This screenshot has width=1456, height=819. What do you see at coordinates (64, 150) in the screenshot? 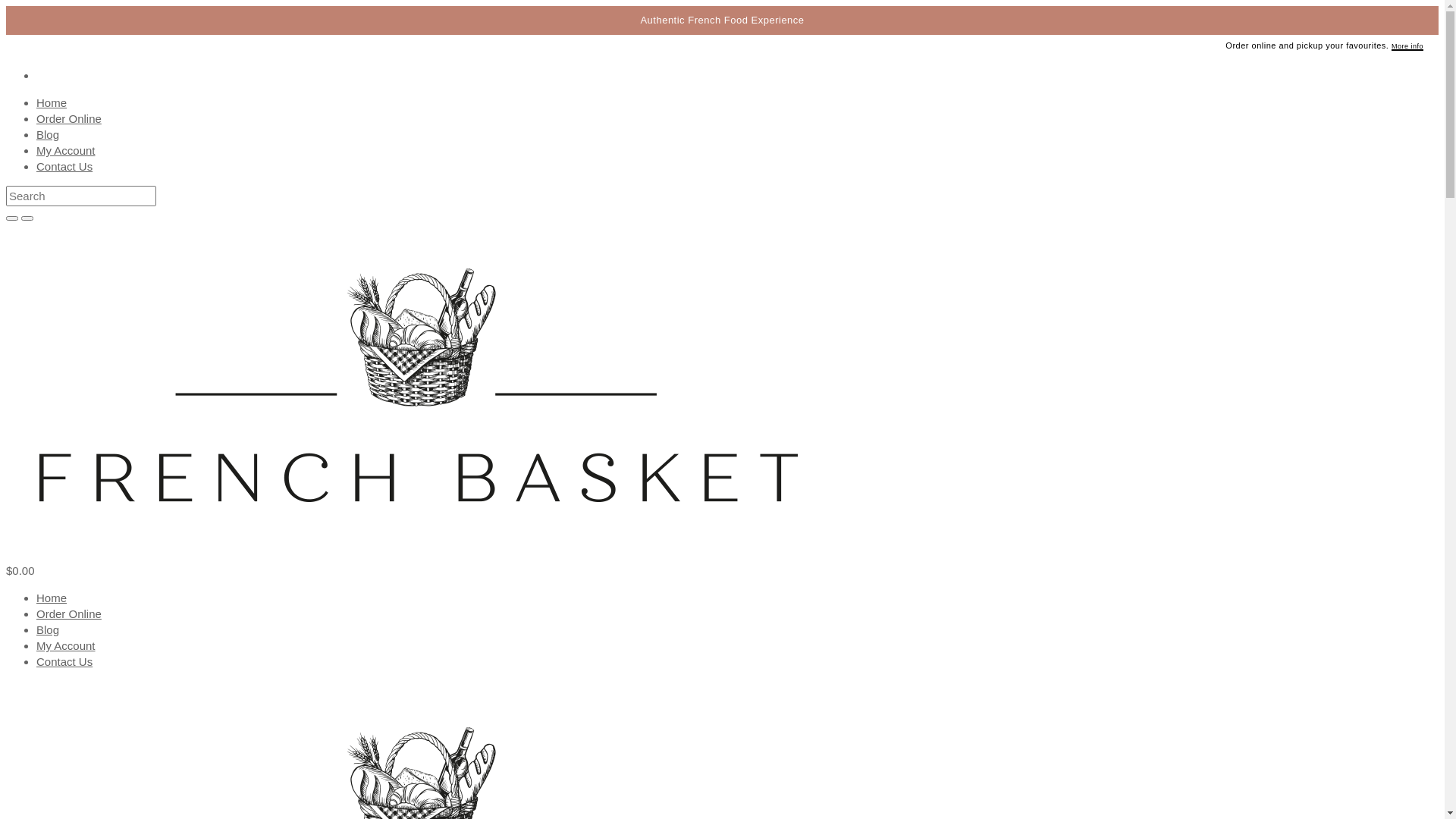
I see `'My Account'` at bounding box center [64, 150].